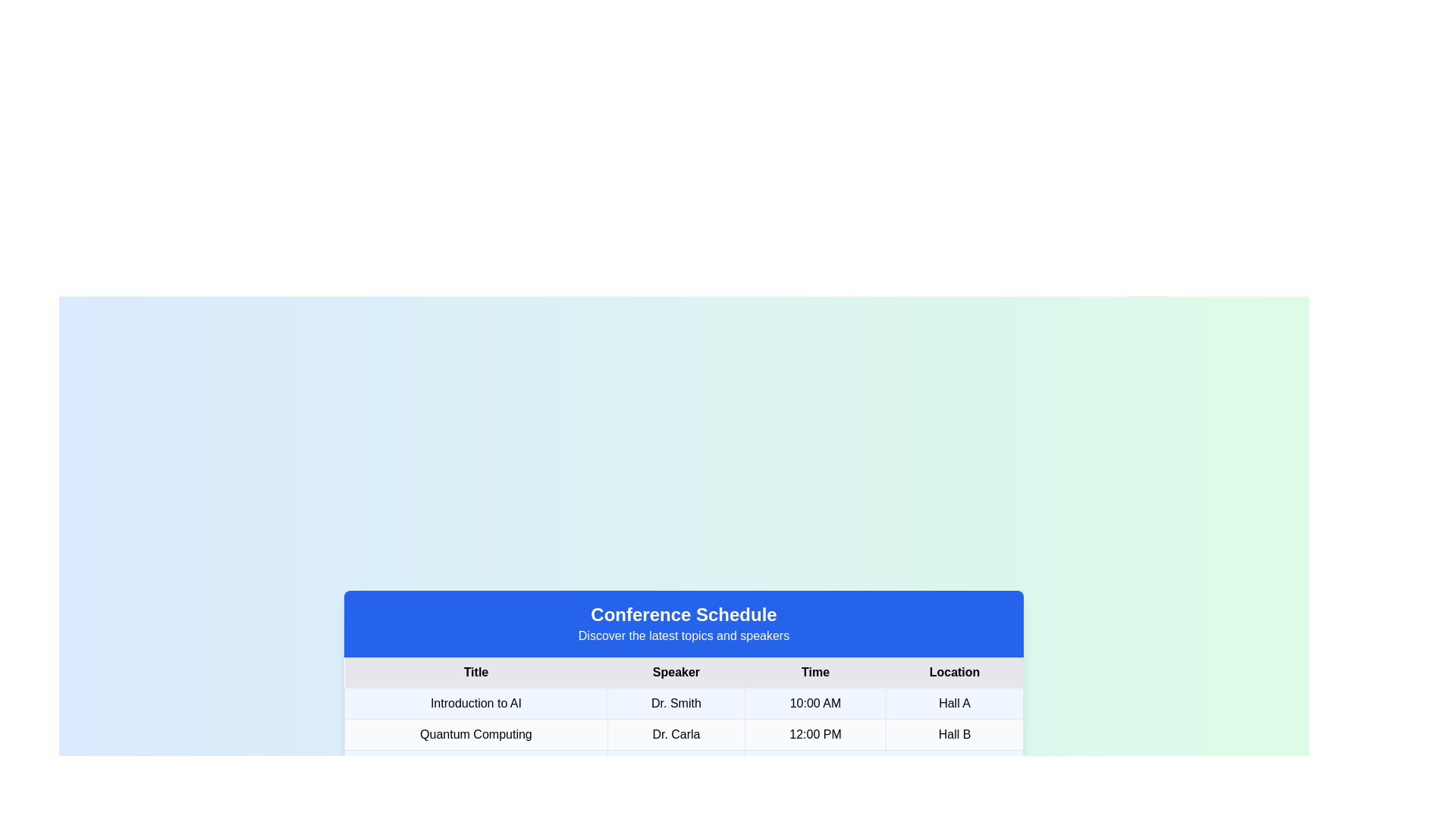  What do you see at coordinates (683, 733) in the screenshot?
I see `session details from the table row displaying 'Quantum Computing' by 'Dr. Carla' at '12:00 PM' in 'Hall B.'` at bounding box center [683, 733].